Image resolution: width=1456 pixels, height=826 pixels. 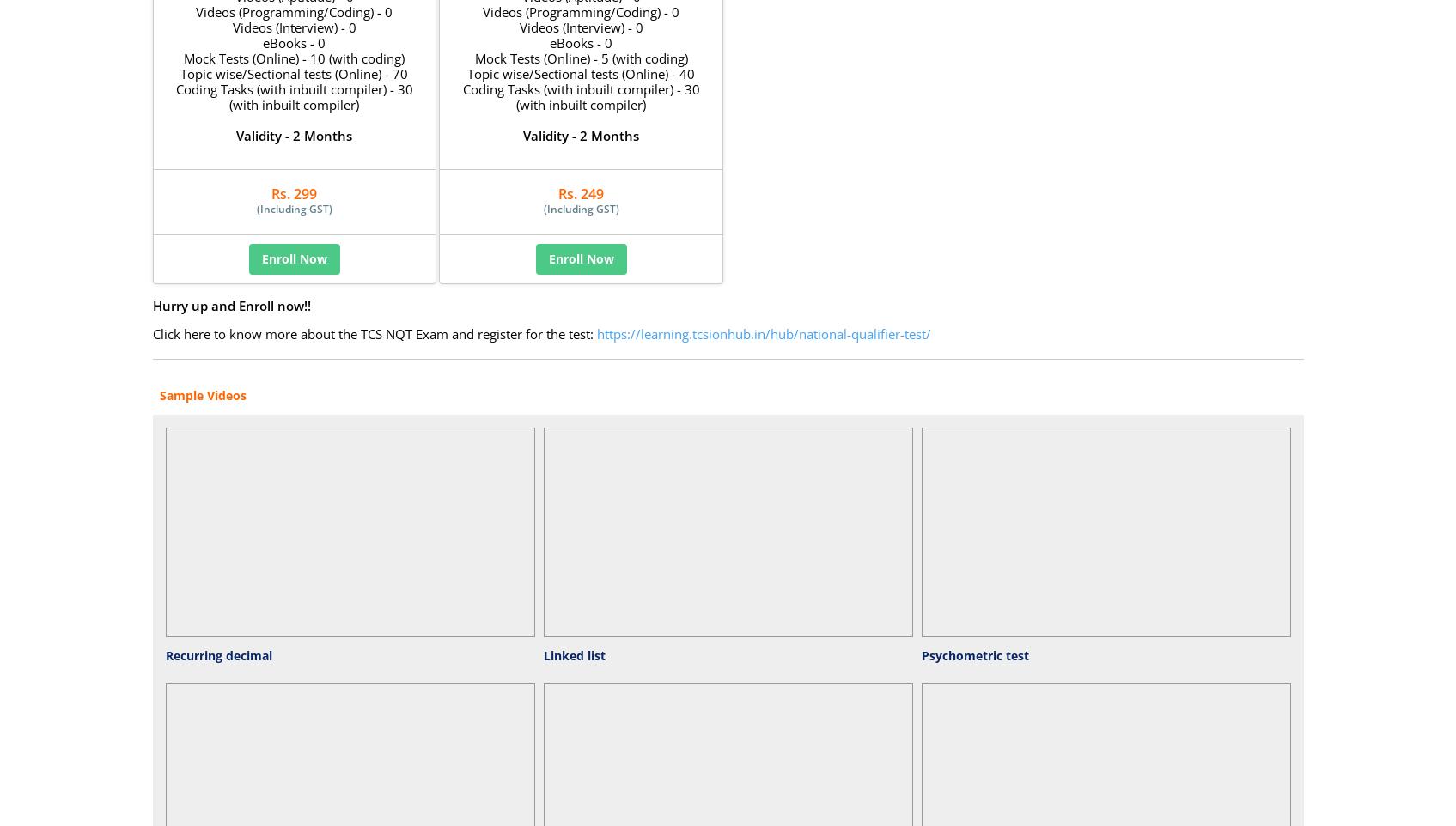 What do you see at coordinates (293, 74) in the screenshot?
I see `'Topic wise/Sectional tests (Online) - 70'` at bounding box center [293, 74].